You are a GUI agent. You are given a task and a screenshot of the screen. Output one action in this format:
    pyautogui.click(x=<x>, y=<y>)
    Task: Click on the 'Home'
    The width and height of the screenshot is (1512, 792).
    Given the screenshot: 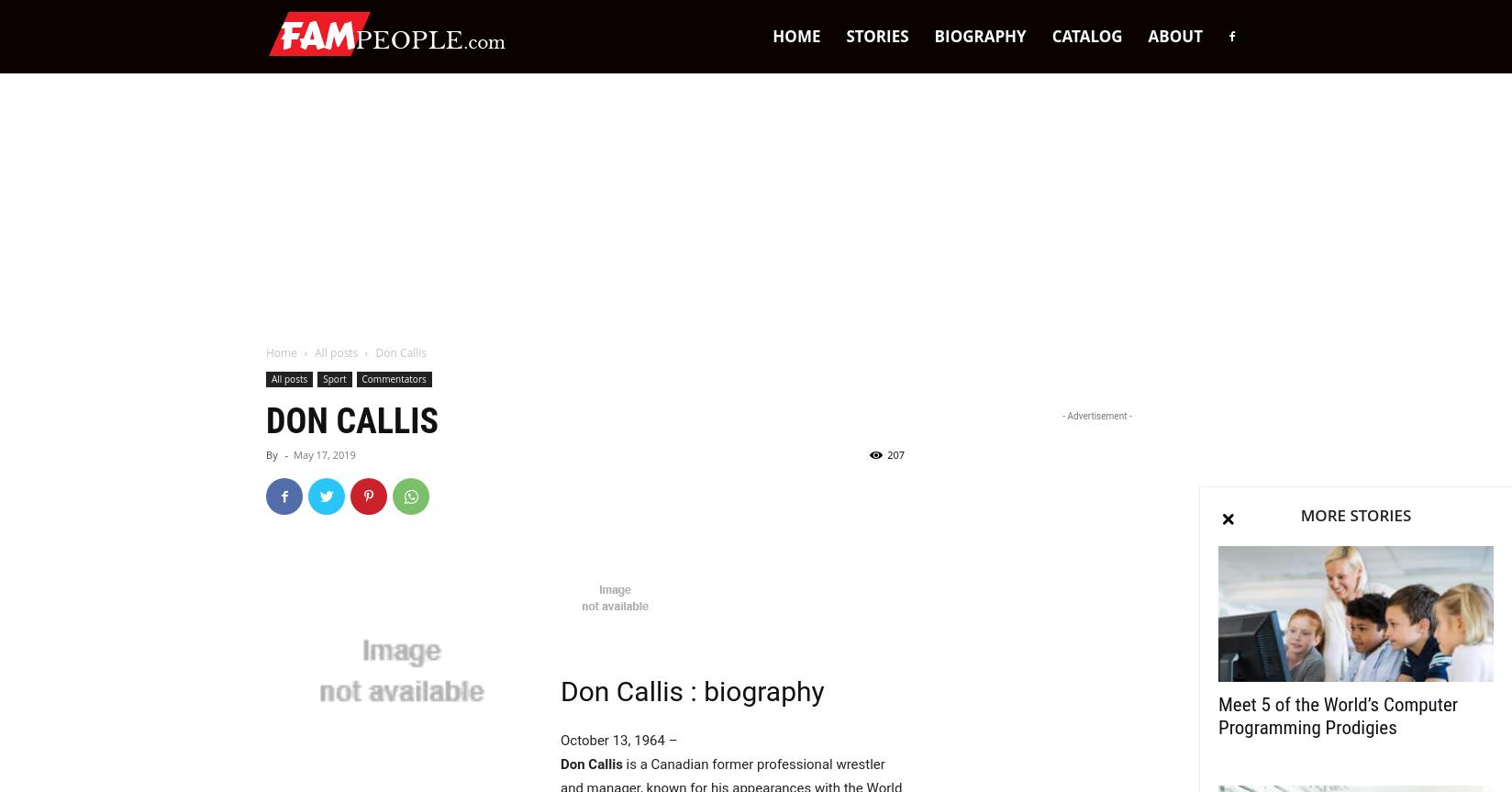 What is the action you would take?
    pyautogui.click(x=281, y=352)
    